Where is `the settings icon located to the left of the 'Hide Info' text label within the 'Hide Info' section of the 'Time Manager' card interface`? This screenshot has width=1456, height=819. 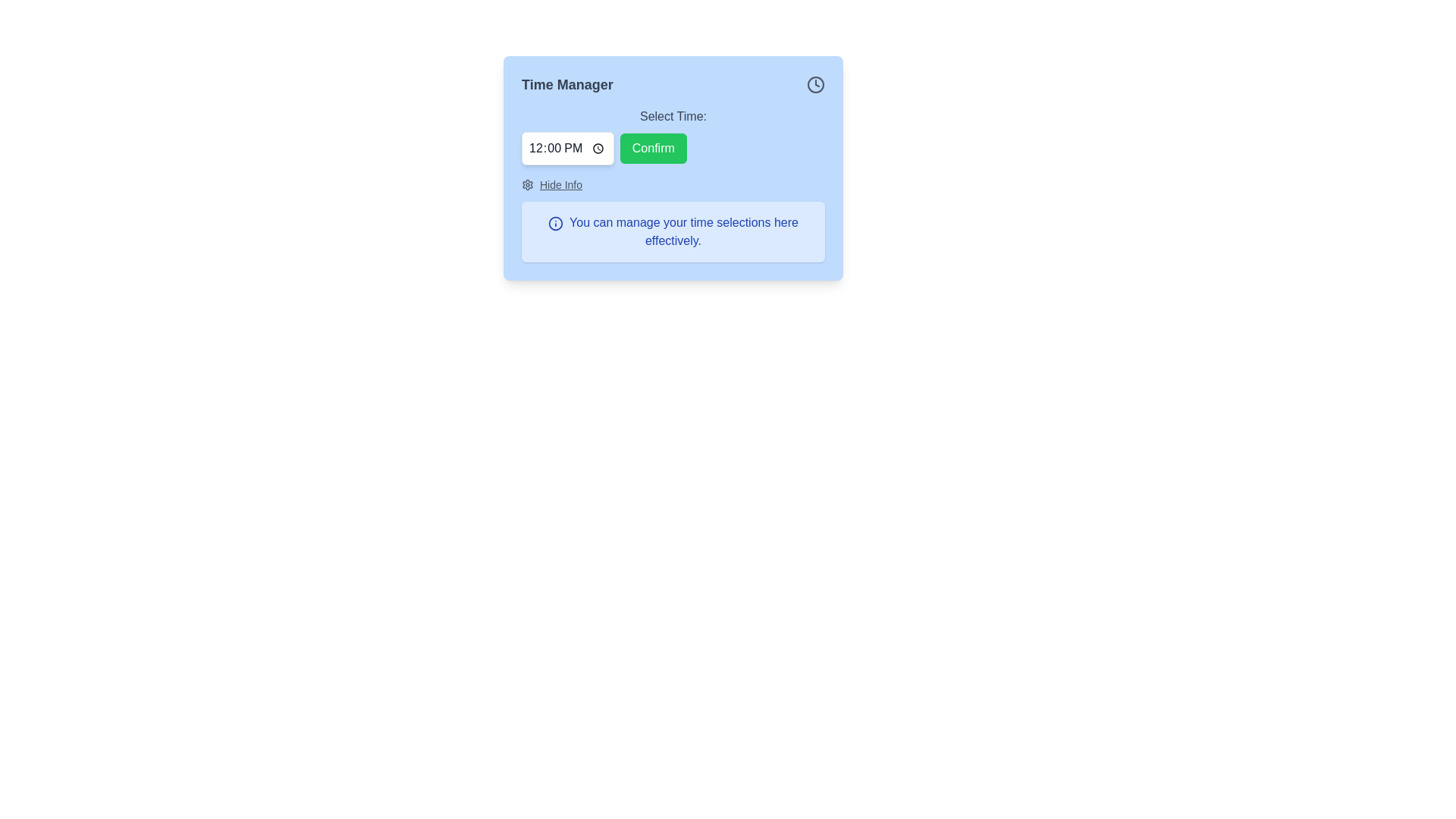 the settings icon located to the left of the 'Hide Info' text label within the 'Hide Info' section of the 'Time Manager' card interface is located at coordinates (528, 184).